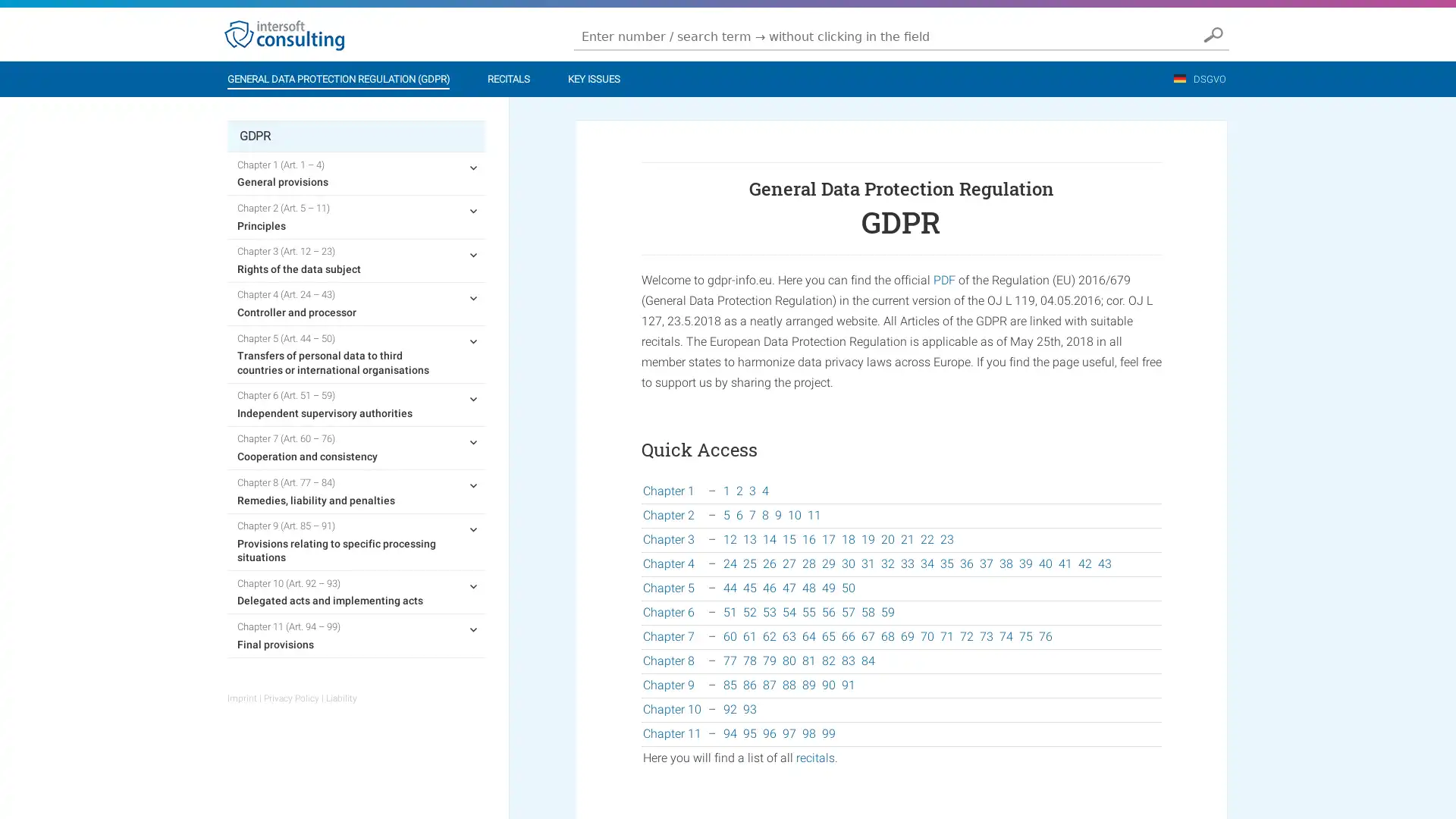 The image size is (1456, 819). What do you see at coordinates (472, 585) in the screenshot?
I see `expand child menu` at bounding box center [472, 585].